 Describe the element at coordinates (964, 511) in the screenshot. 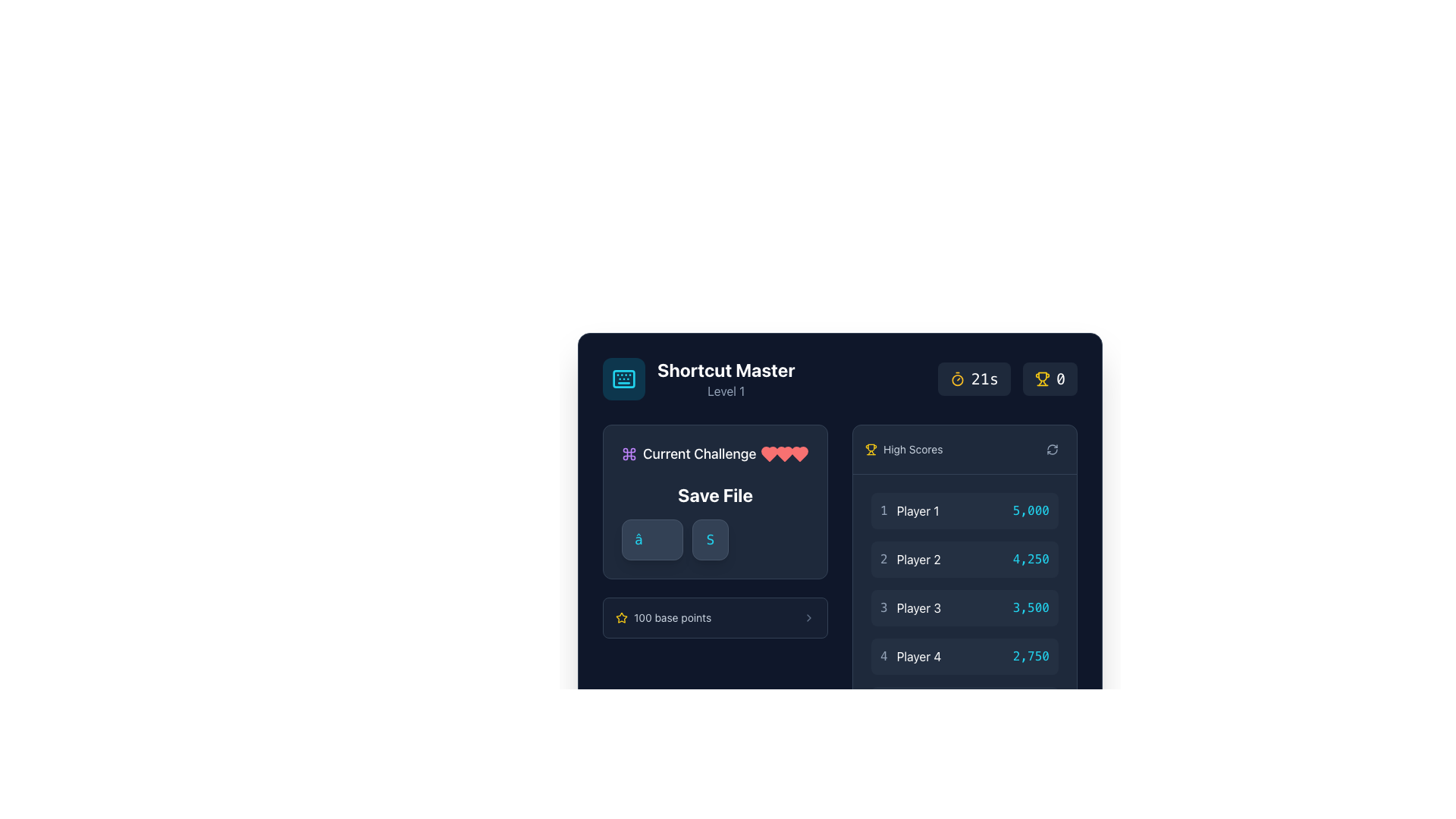

I see `the first List item card in the high scores section, which displays the rank, player name, and score` at that location.